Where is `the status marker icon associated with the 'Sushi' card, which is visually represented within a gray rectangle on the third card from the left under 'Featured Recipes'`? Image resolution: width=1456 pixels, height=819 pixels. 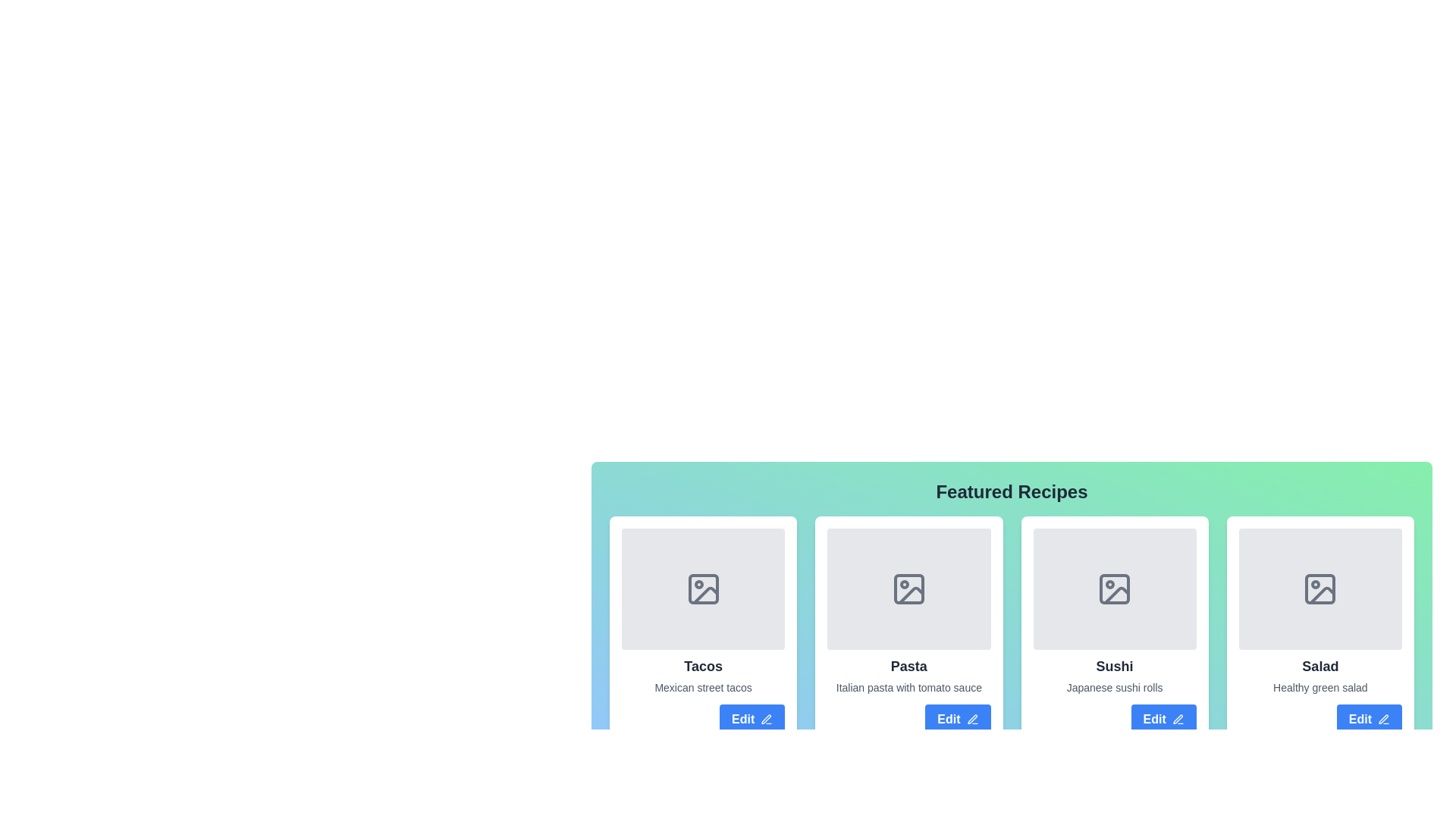 the status marker icon associated with the 'Sushi' card, which is visually represented within a gray rectangle on the third card from the left under 'Featured Recipes' is located at coordinates (1117, 595).